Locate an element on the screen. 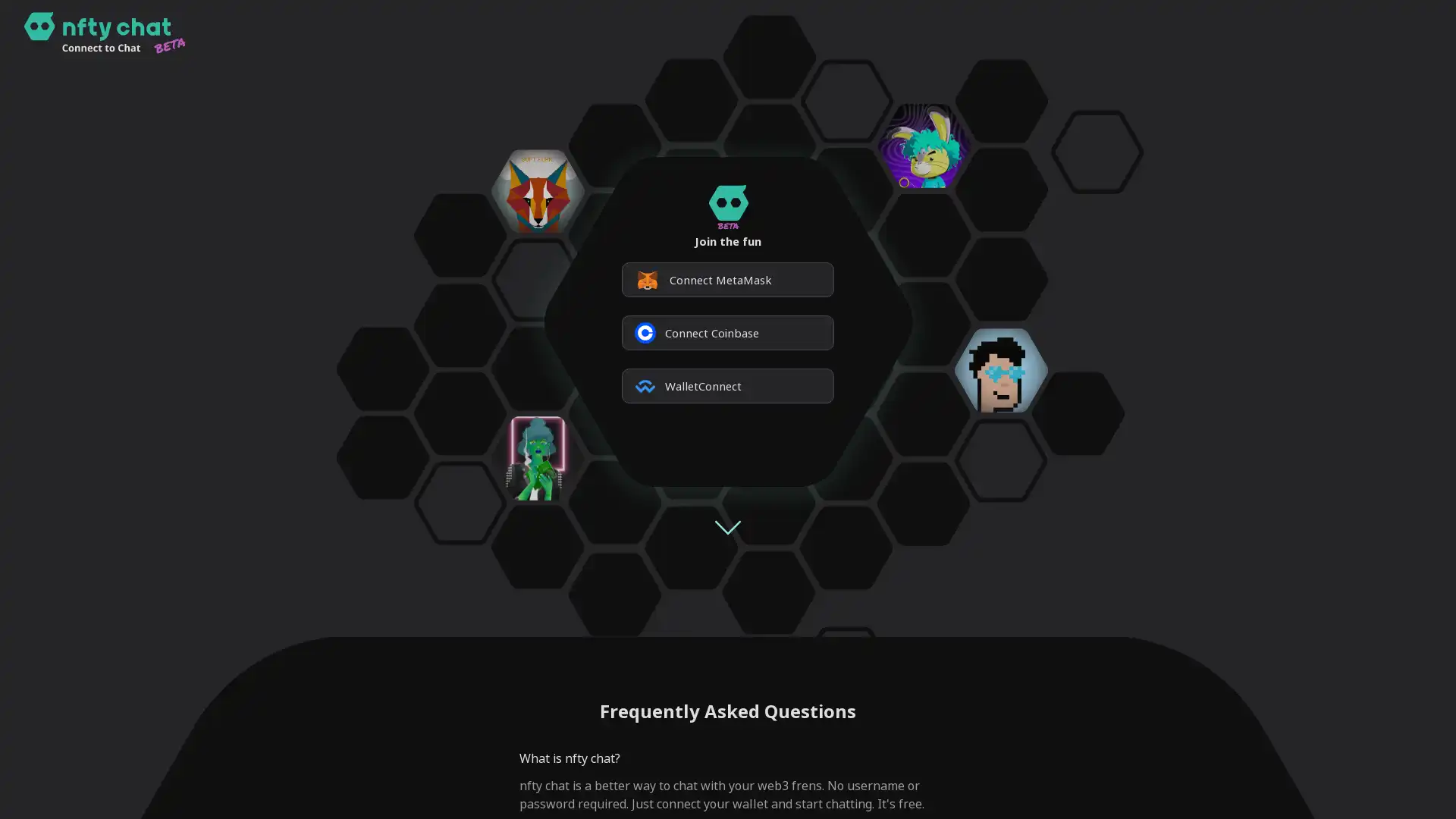  Coinbase Wallet Connect Coinbase is located at coordinates (728, 332).